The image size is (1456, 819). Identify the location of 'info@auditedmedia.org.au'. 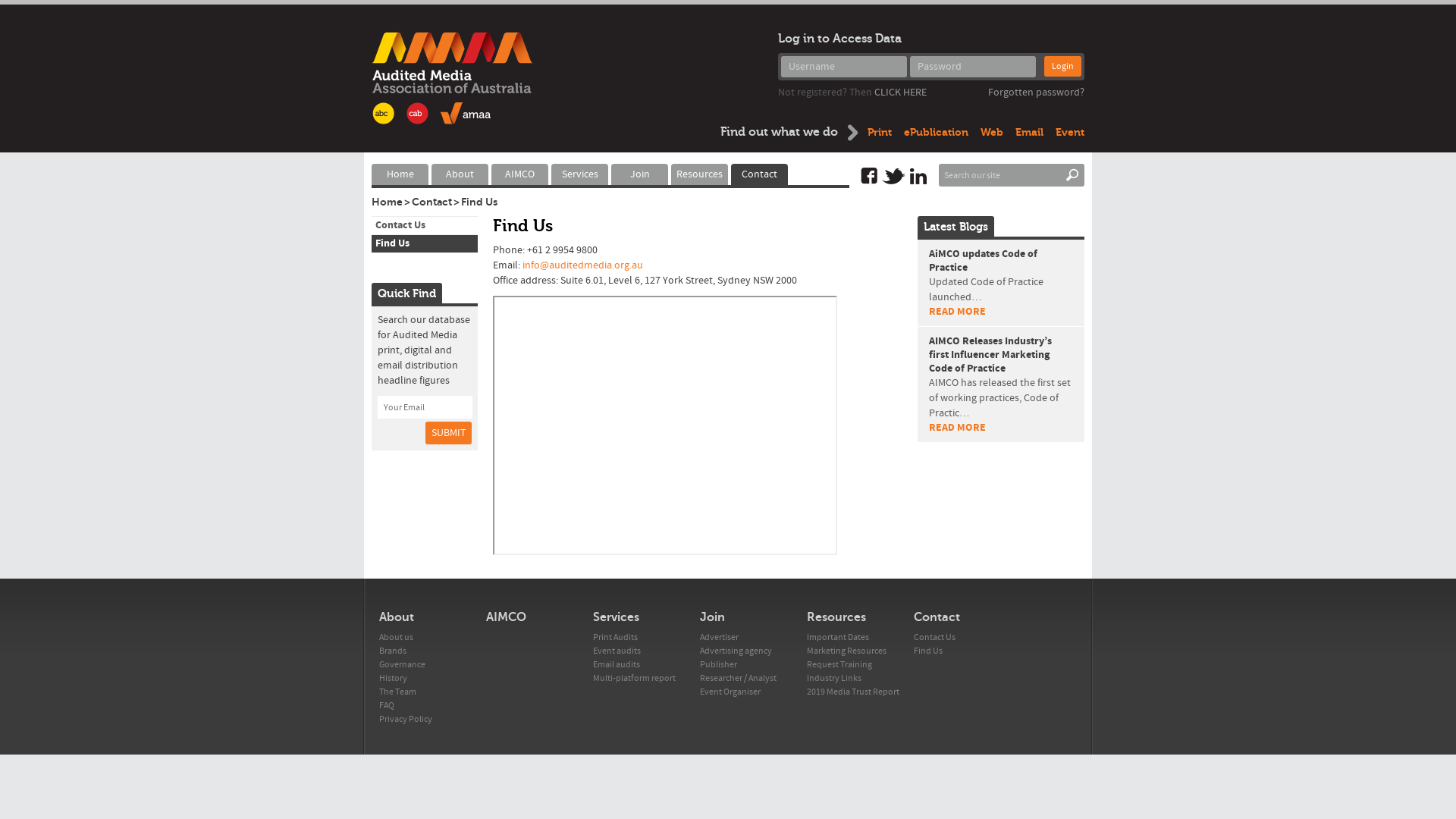
(582, 265).